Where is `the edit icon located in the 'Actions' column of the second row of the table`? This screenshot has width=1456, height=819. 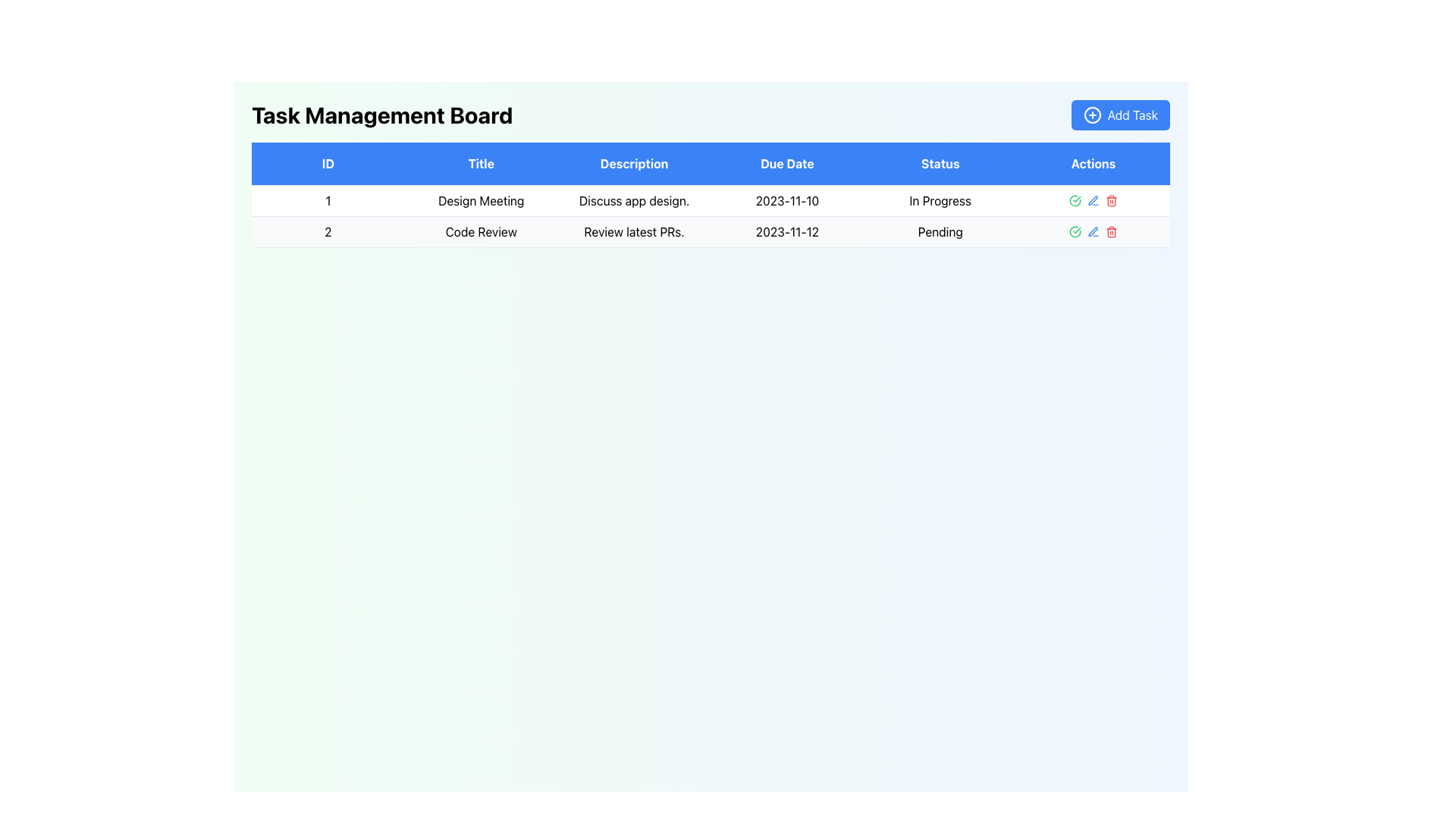
the edit icon located in the 'Actions' column of the second row of the table is located at coordinates (1093, 199).